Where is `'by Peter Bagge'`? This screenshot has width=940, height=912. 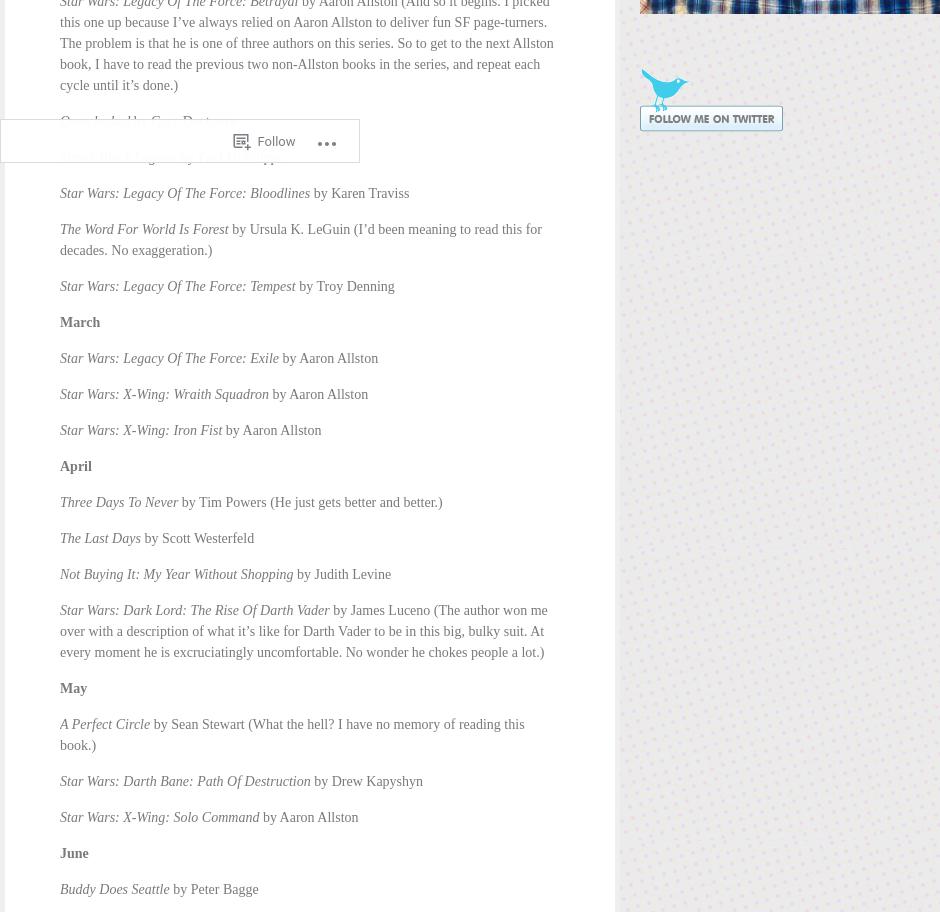
'by Peter Bagge' is located at coordinates (212, 888).